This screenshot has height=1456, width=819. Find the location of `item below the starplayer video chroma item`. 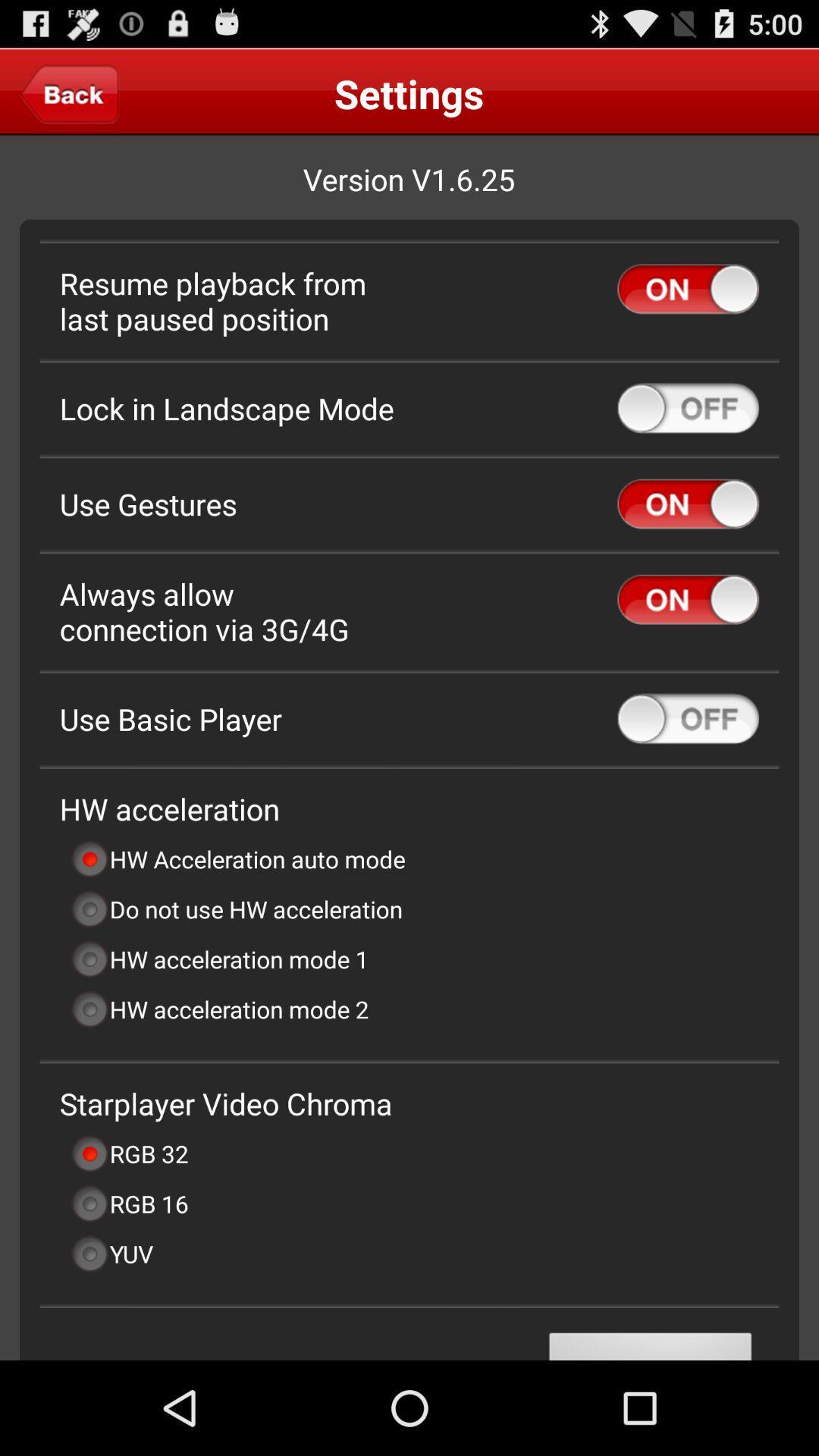

item below the starplayer video chroma item is located at coordinates (128, 1153).